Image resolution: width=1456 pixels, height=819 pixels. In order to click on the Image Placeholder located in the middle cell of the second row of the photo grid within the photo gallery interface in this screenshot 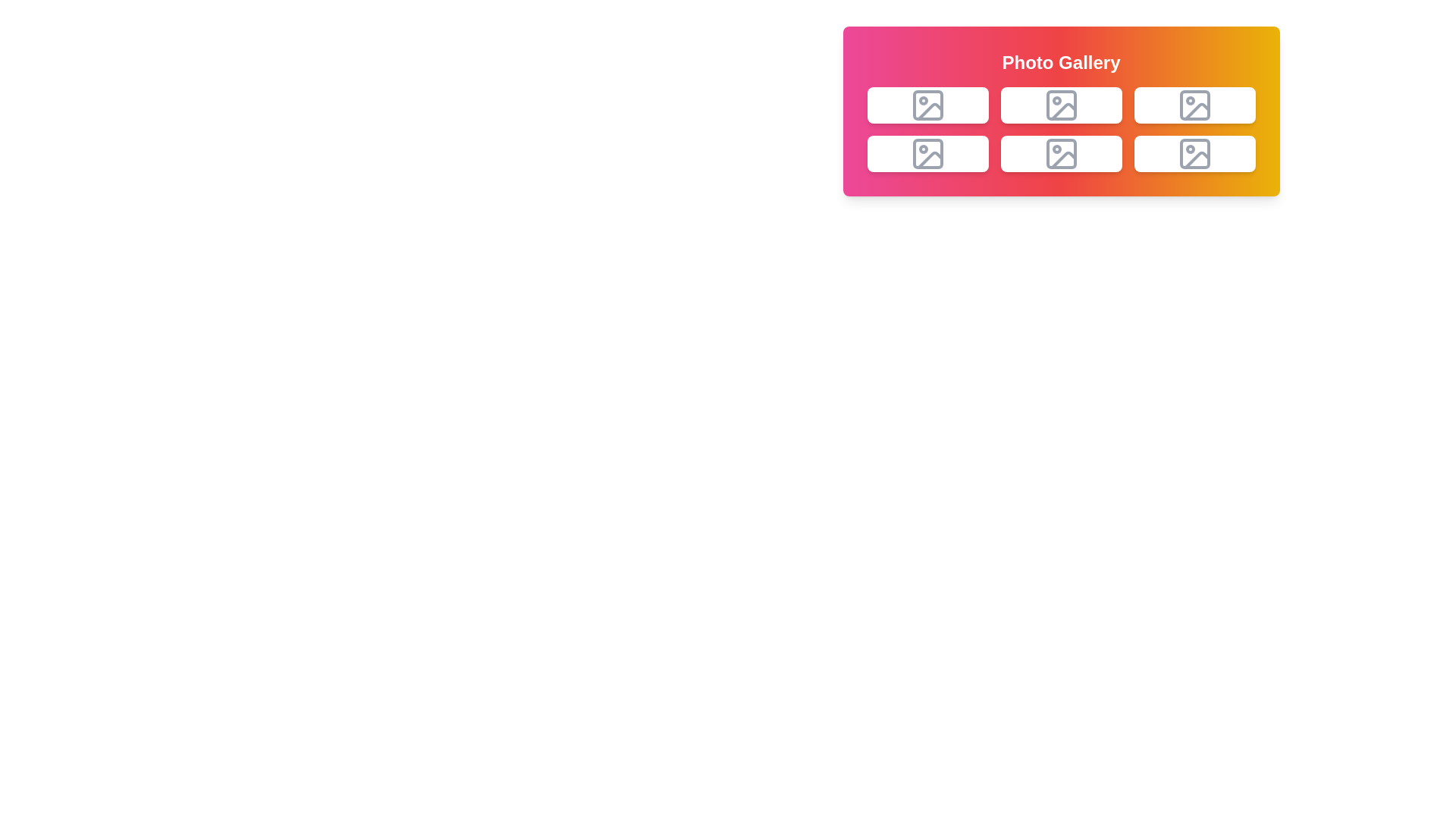, I will do `click(929, 160)`.